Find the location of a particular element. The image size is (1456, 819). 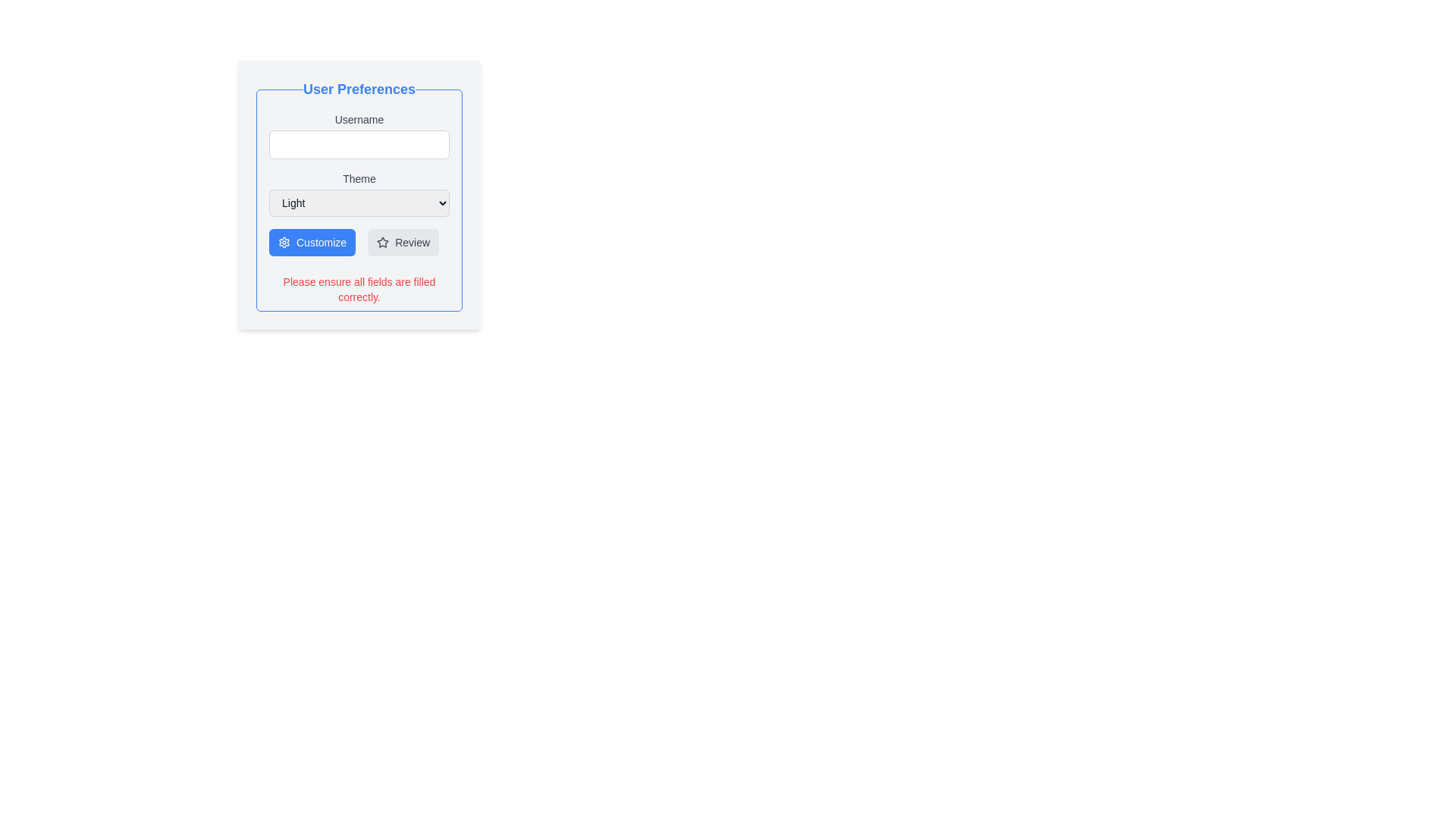

the blue gear-like icon located to the left of the 'Review' button at the bottom of the panel is located at coordinates (284, 242).